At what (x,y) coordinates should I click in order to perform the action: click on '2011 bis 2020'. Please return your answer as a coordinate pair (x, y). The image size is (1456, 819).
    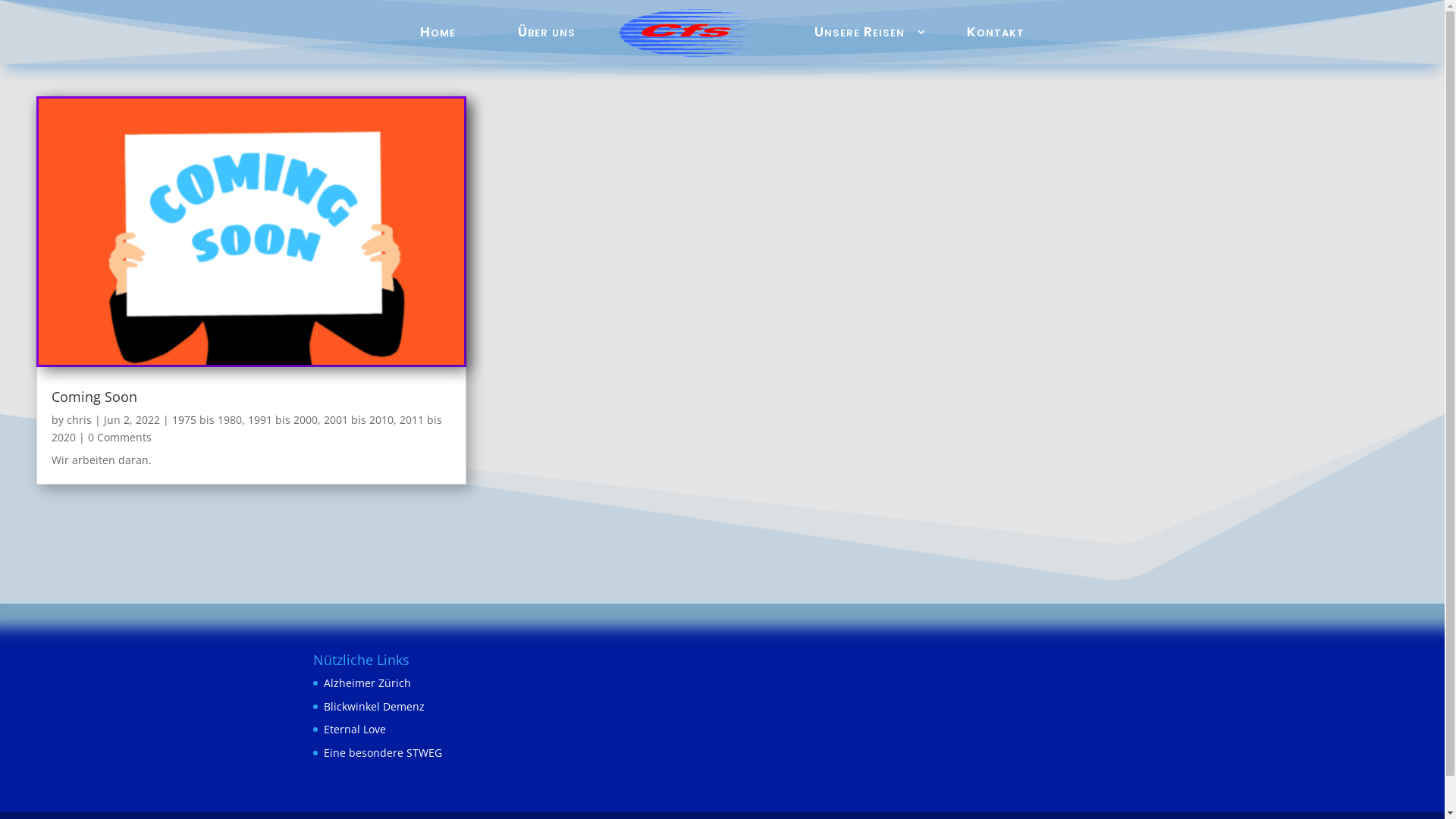
    Looking at the image, I should click on (246, 428).